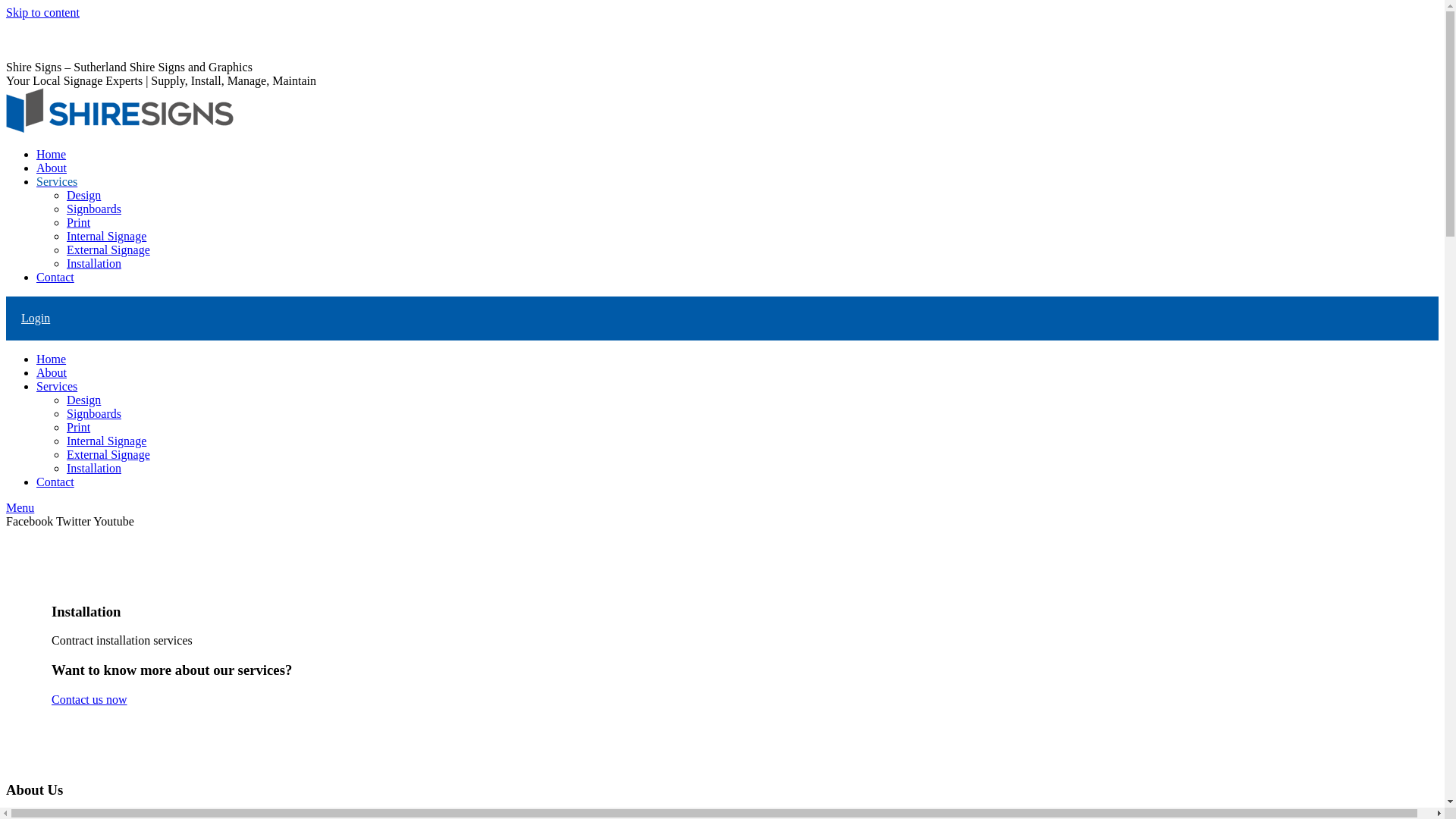 The height and width of the screenshot is (819, 1456). Describe the element at coordinates (89, 699) in the screenshot. I see `'Contact us now'` at that location.